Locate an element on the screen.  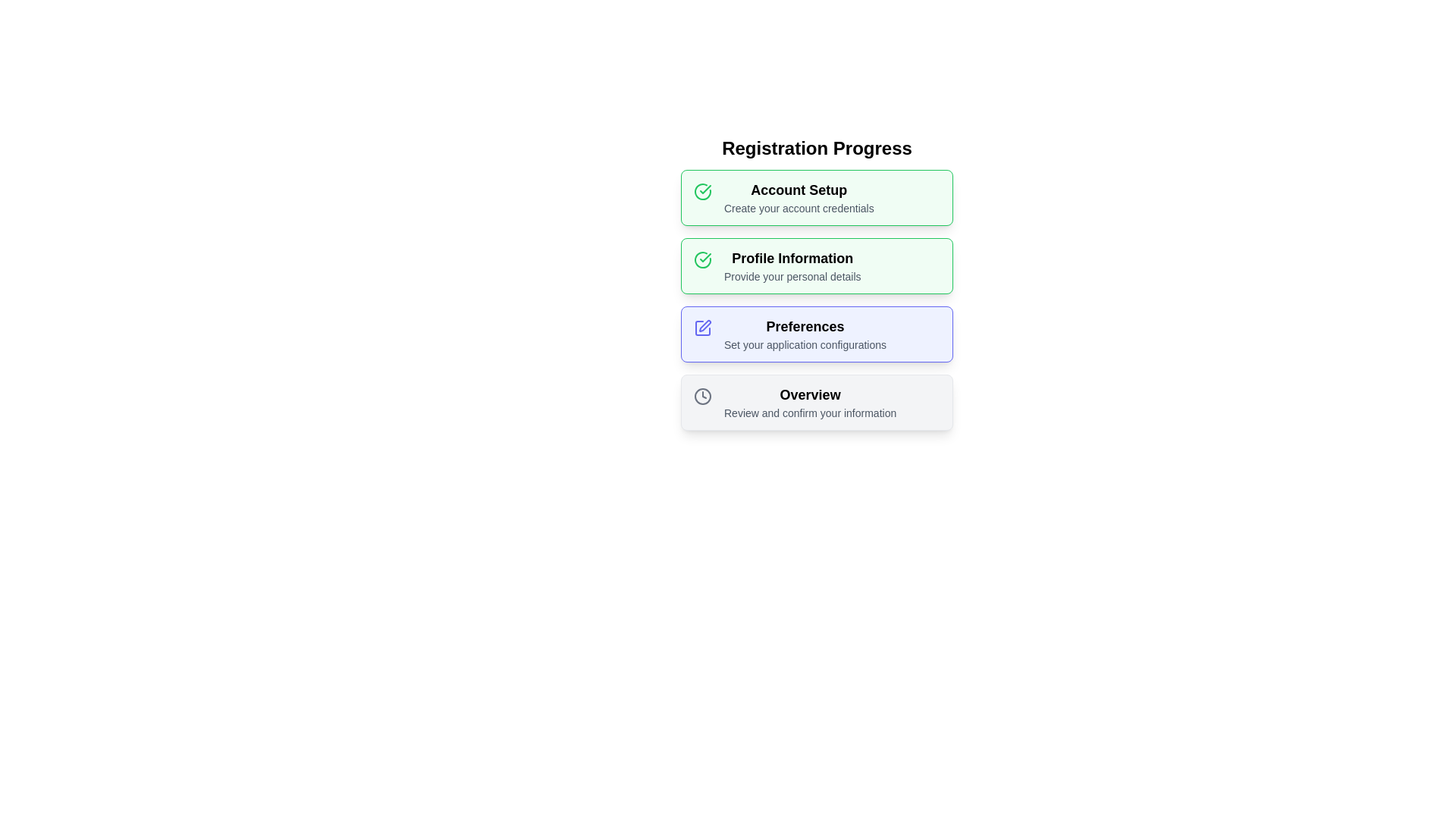
text of the second step in the registration process, which is contained within a green box and provides a title and description for entering profile information is located at coordinates (792, 265).